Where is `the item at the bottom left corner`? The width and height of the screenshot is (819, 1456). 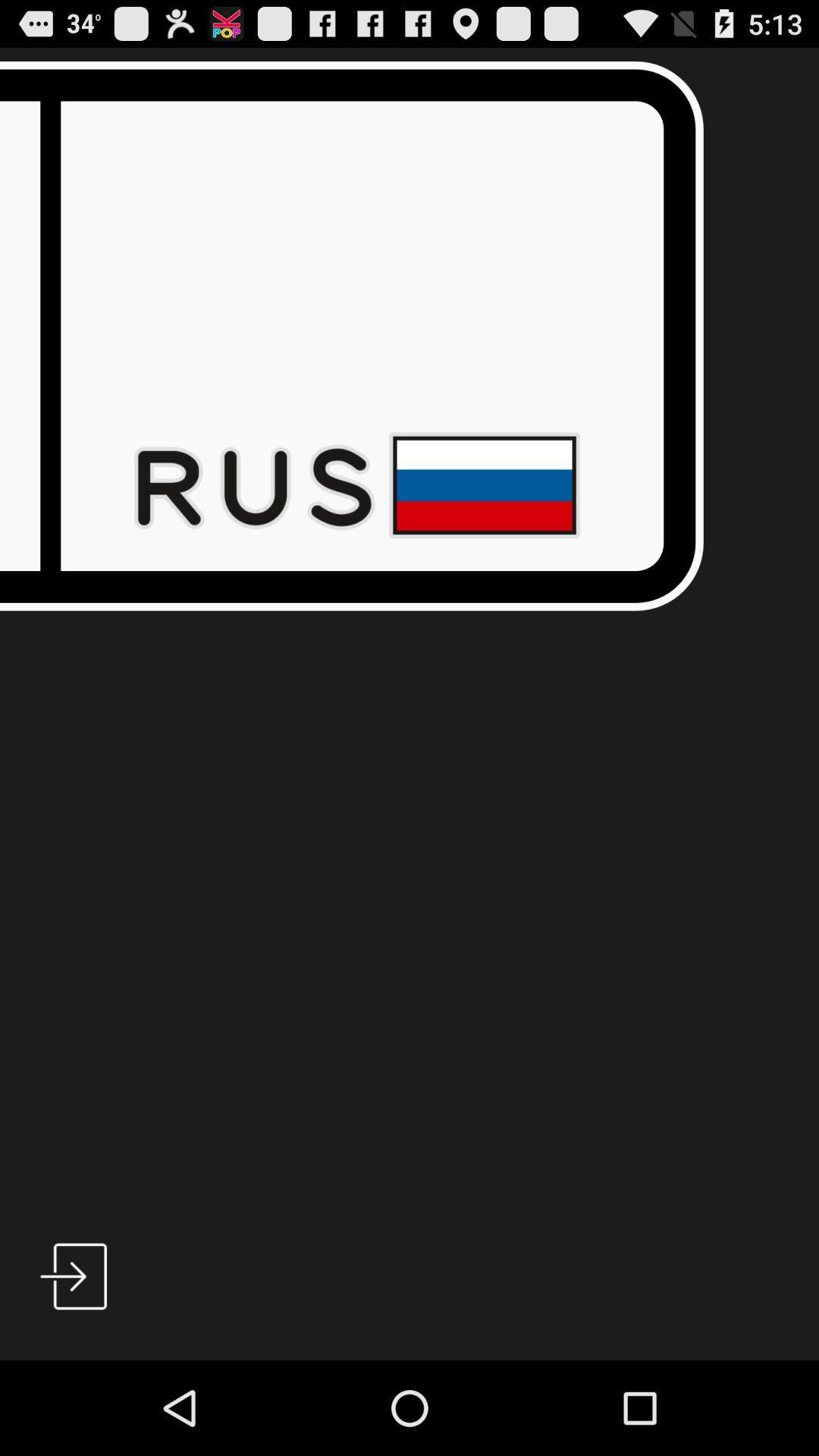 the item at the bottom left corner is located at coordinates (74, 1276).